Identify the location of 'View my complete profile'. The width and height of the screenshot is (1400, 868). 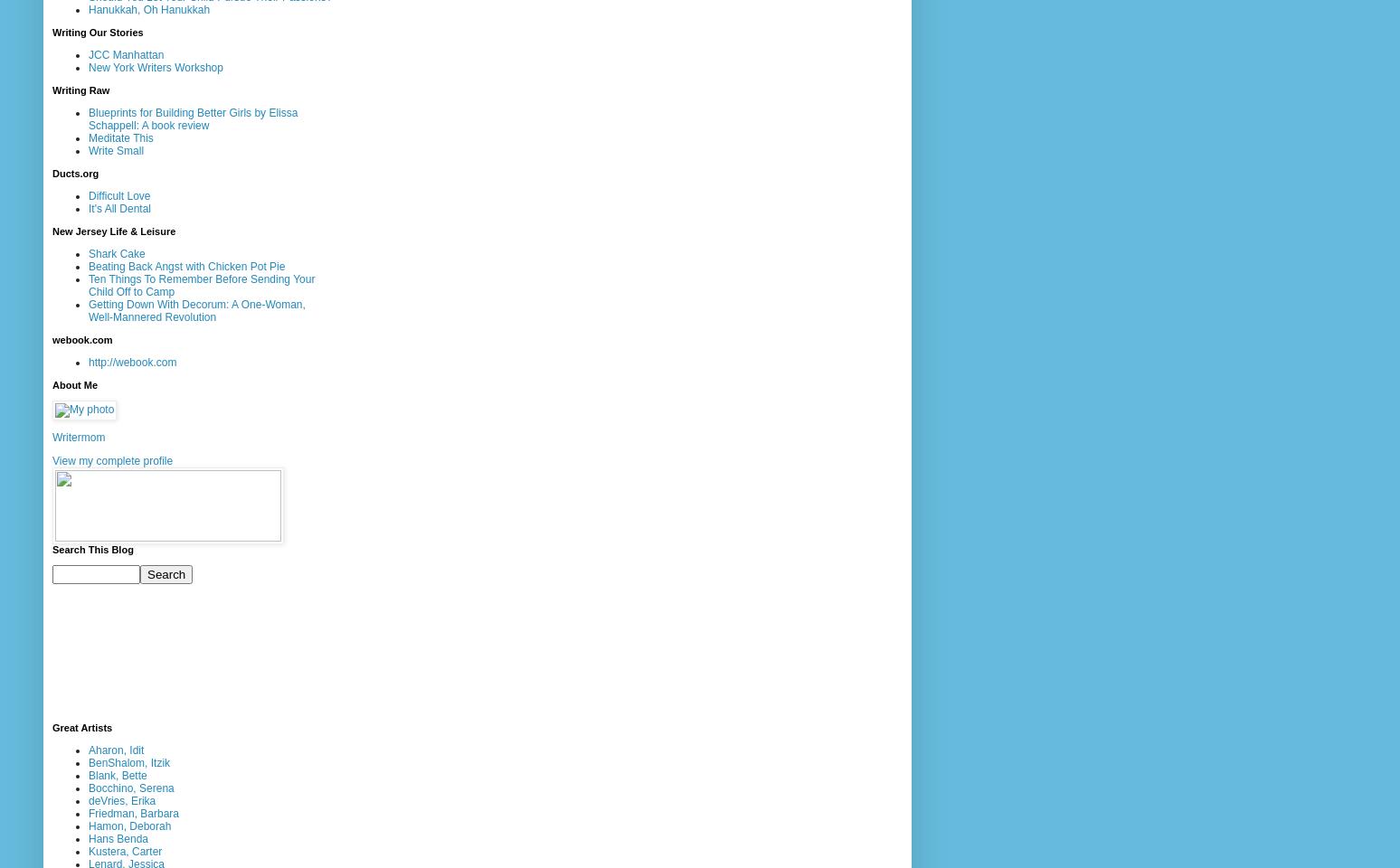
(112, 458).